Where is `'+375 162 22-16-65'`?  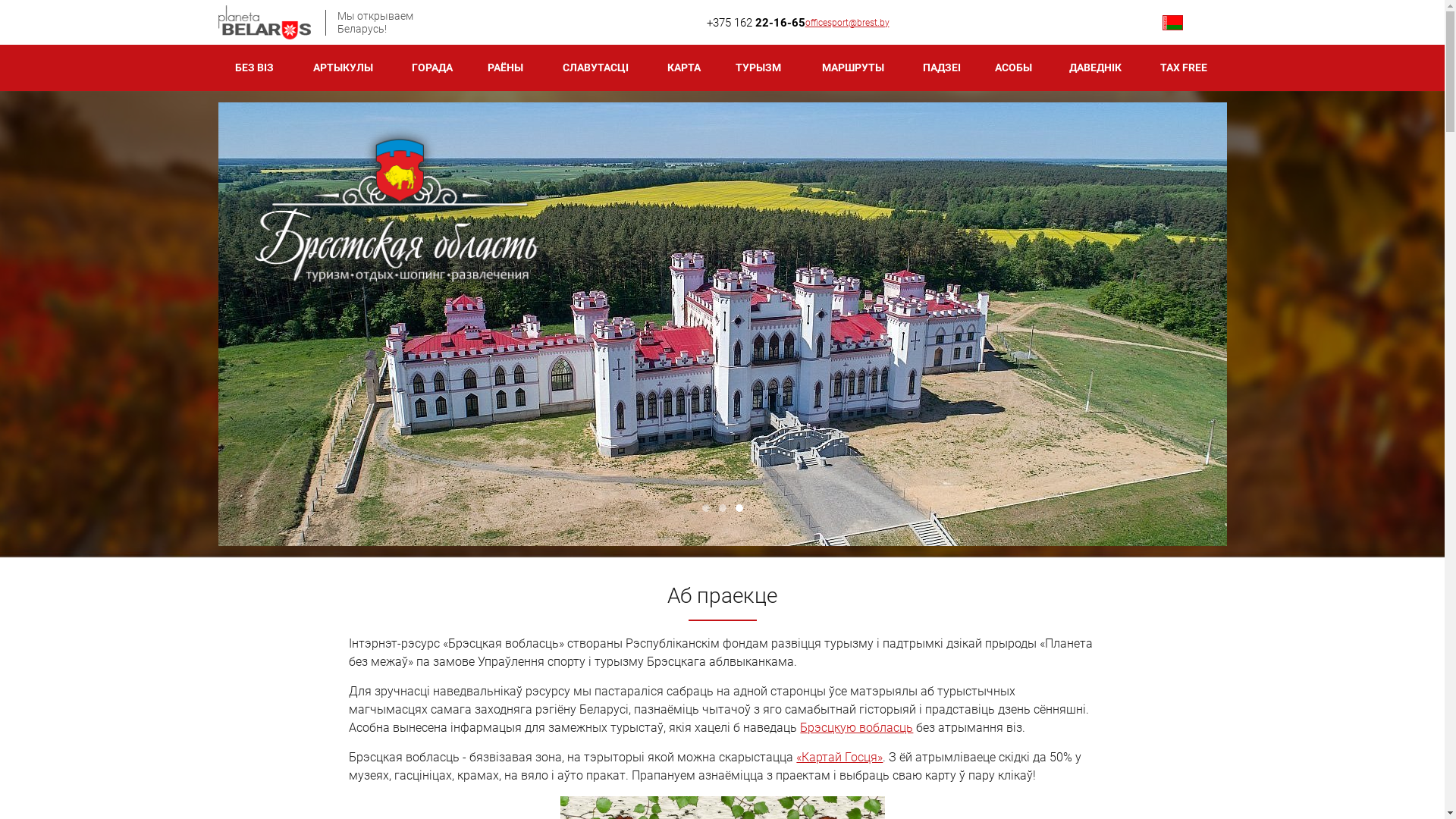 '+375 162 22-16-65' is located at coordinates (705, 23).